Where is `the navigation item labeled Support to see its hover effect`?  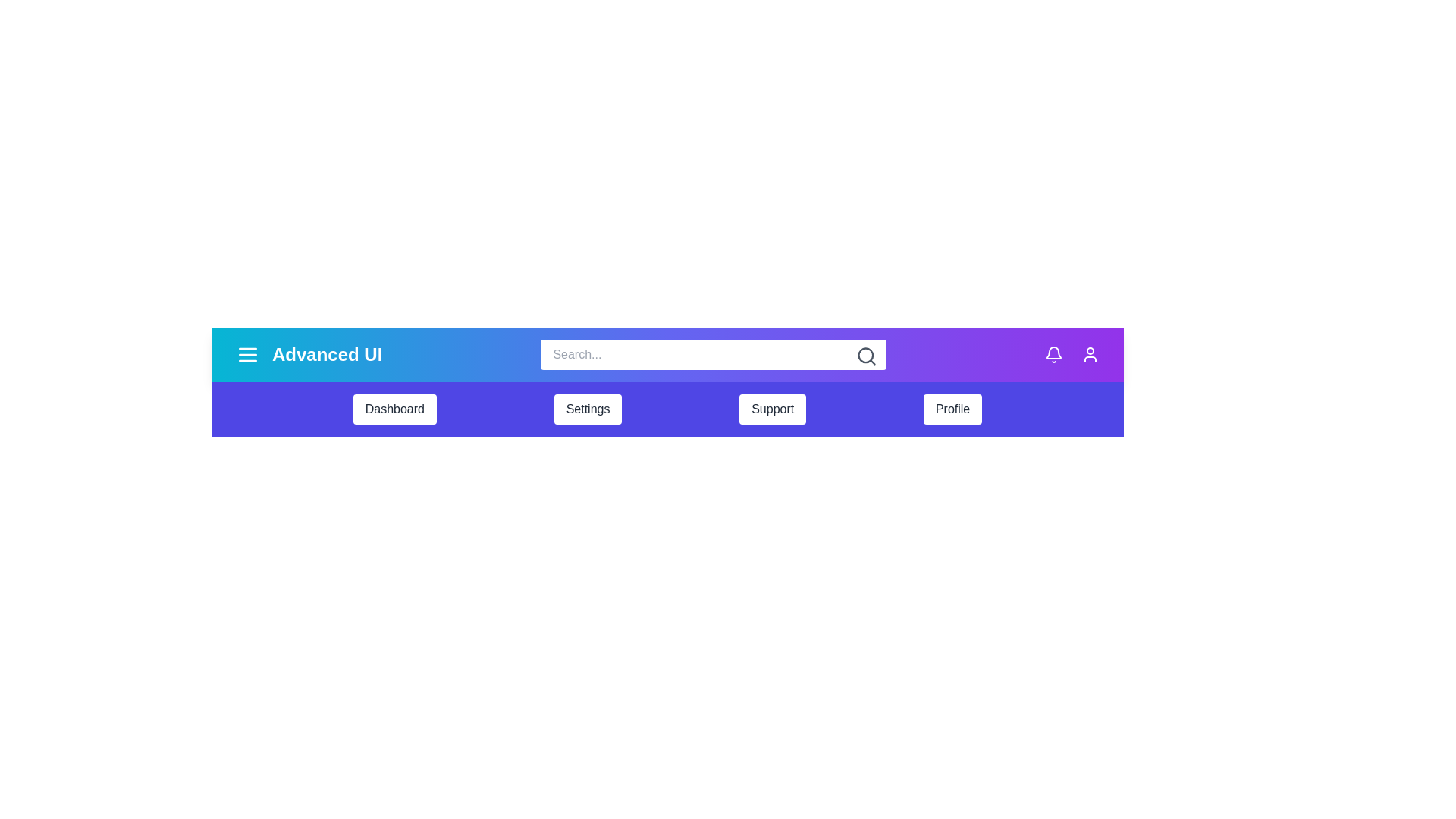
the navigation item labeled Support to see its hover effect is located at coordinates (773, 409).